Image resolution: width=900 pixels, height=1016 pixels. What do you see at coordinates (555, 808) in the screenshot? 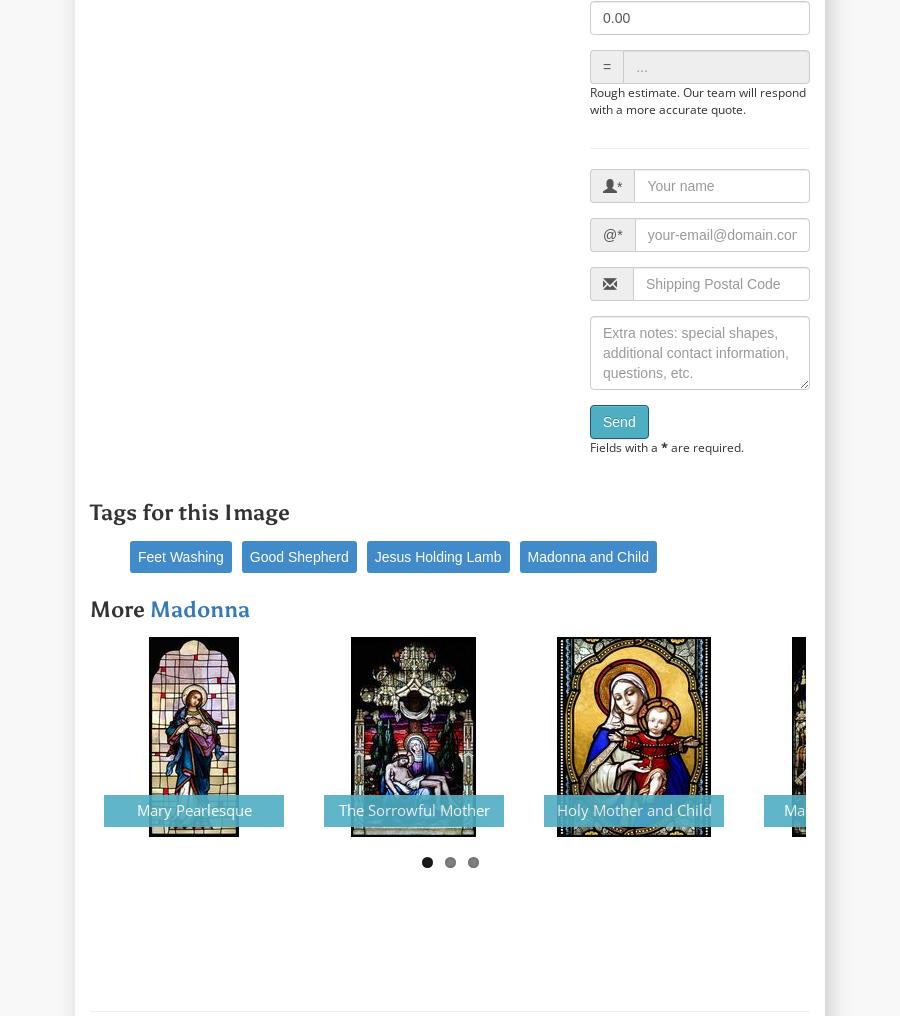
I see `'Holy Mother and Child'` at bounding box center [555, 808].